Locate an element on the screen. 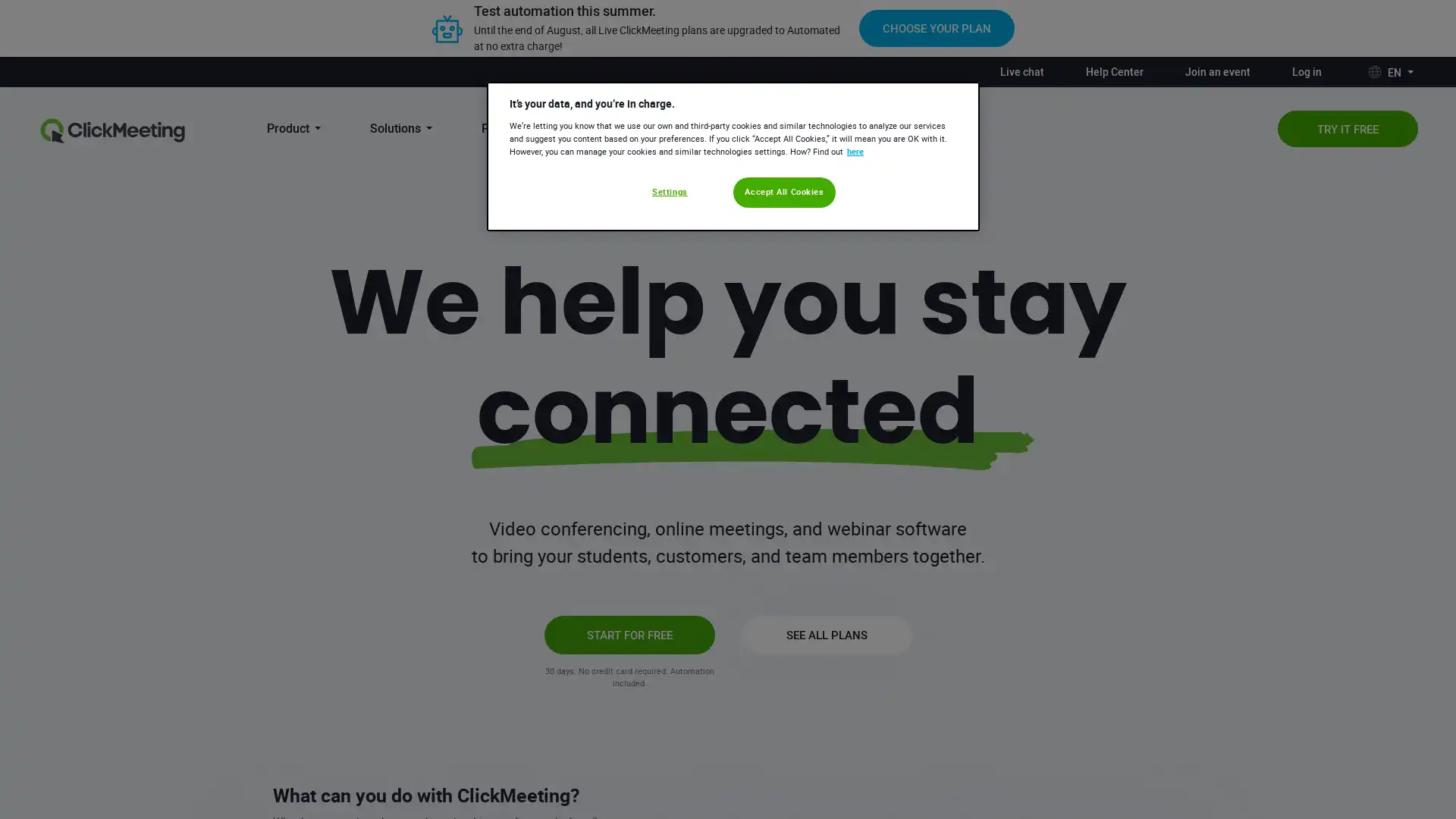  Accept All Cookies is located at coordinates (784, 191).